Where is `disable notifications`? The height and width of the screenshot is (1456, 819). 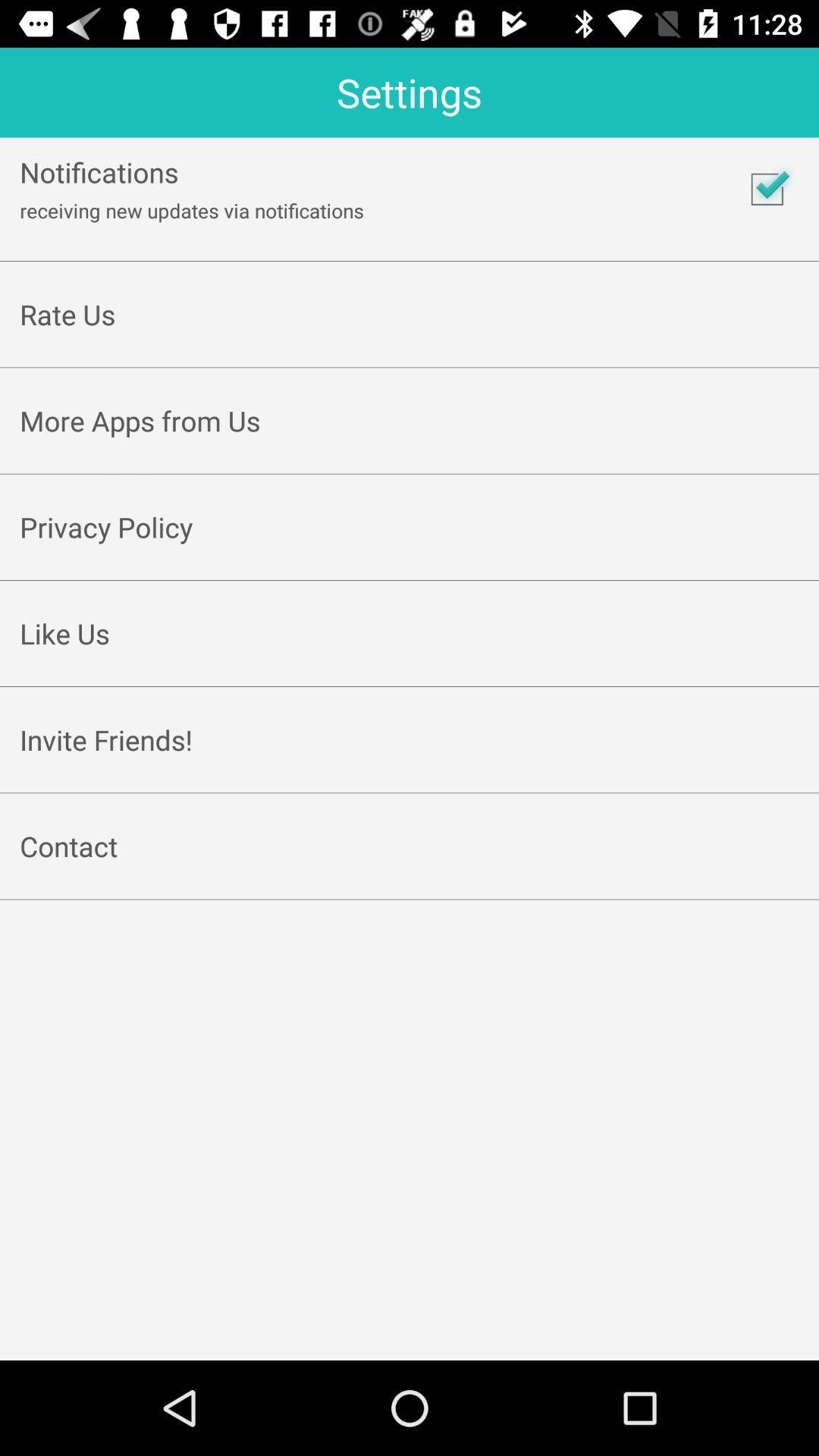 disable notifications is located at coordinates (767, 188).